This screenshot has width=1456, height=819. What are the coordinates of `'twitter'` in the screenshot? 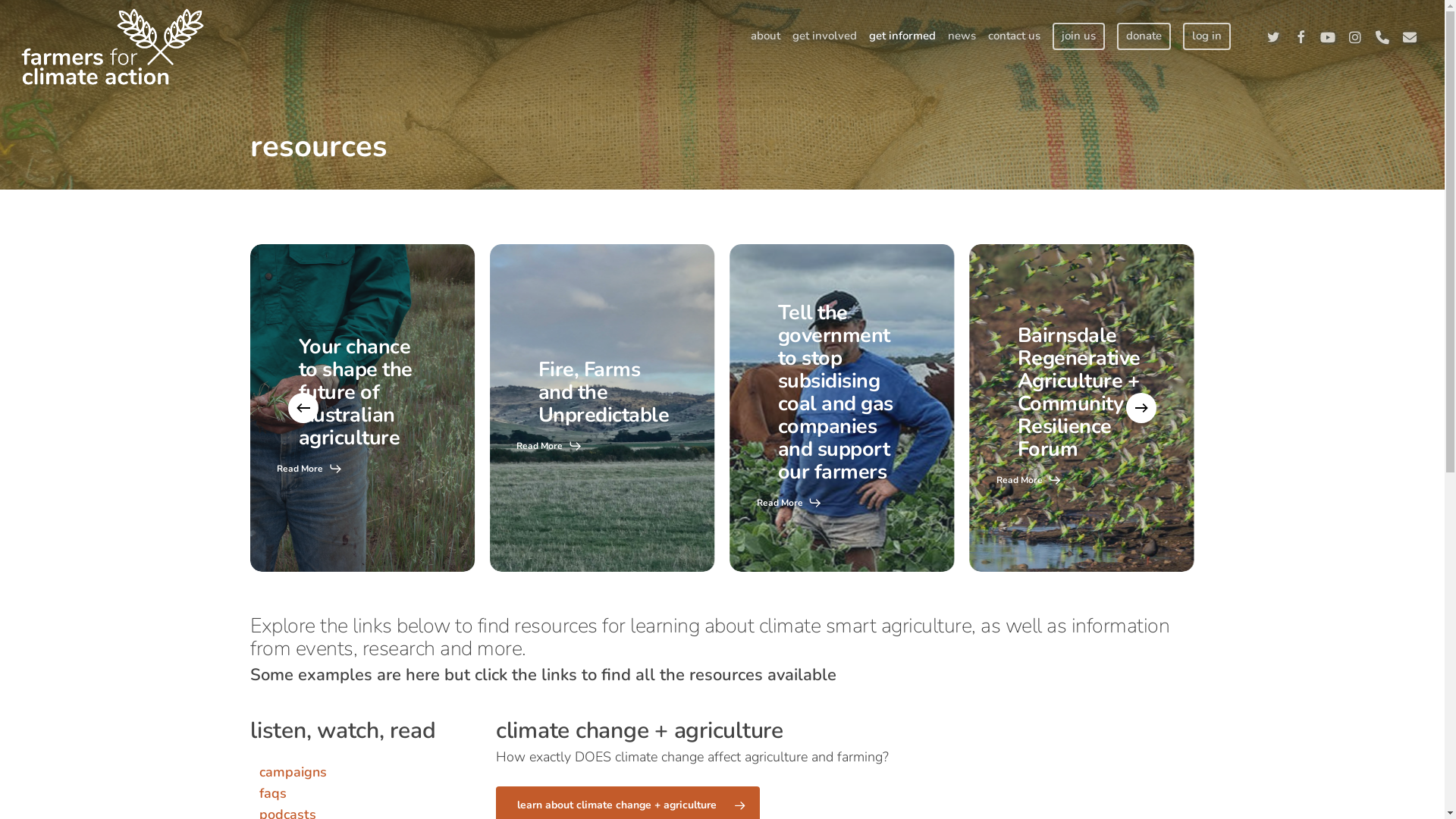 It's located at (1273, 35).